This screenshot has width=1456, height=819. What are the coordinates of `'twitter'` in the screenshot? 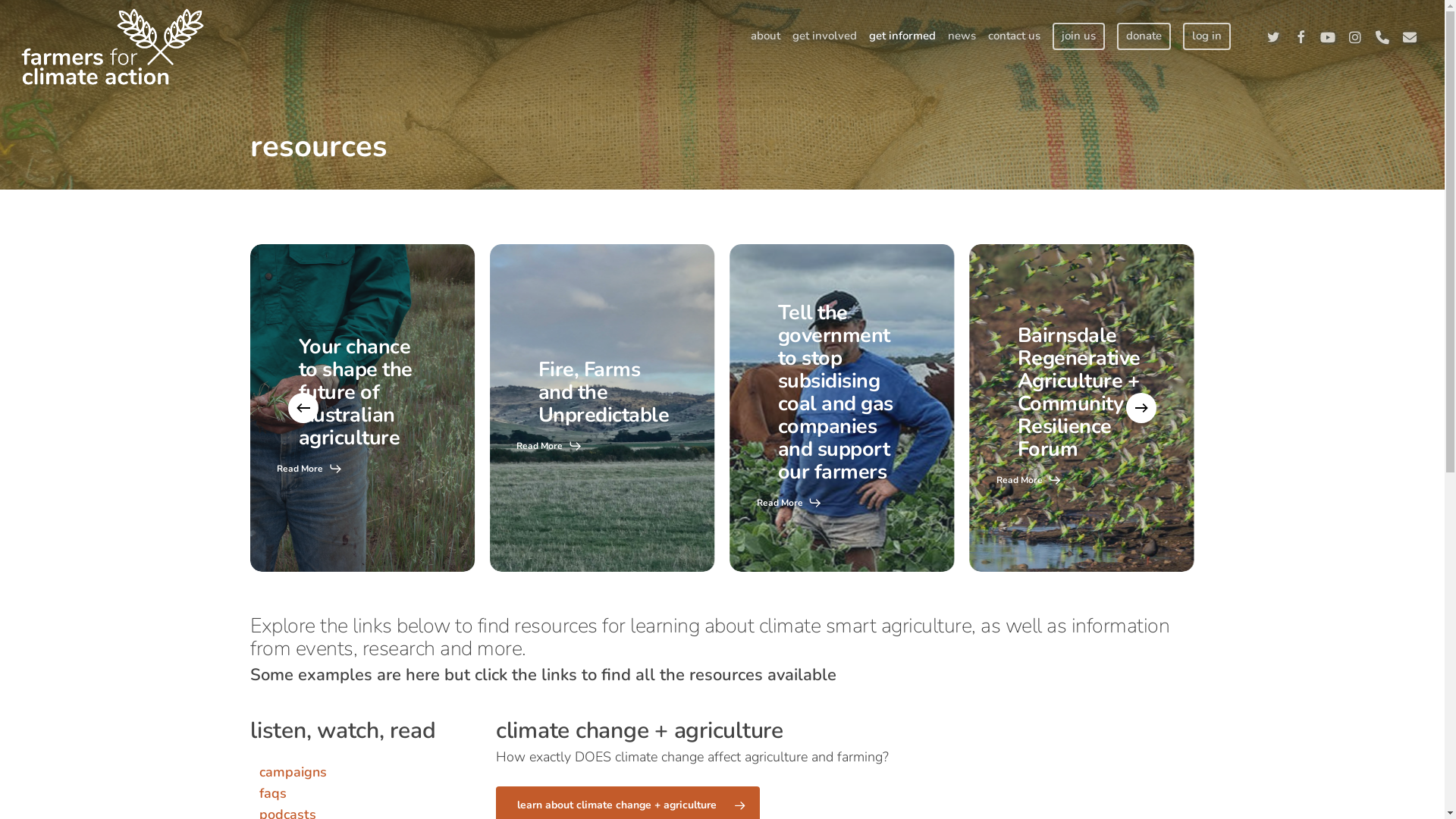 It's located at (1273, 35).